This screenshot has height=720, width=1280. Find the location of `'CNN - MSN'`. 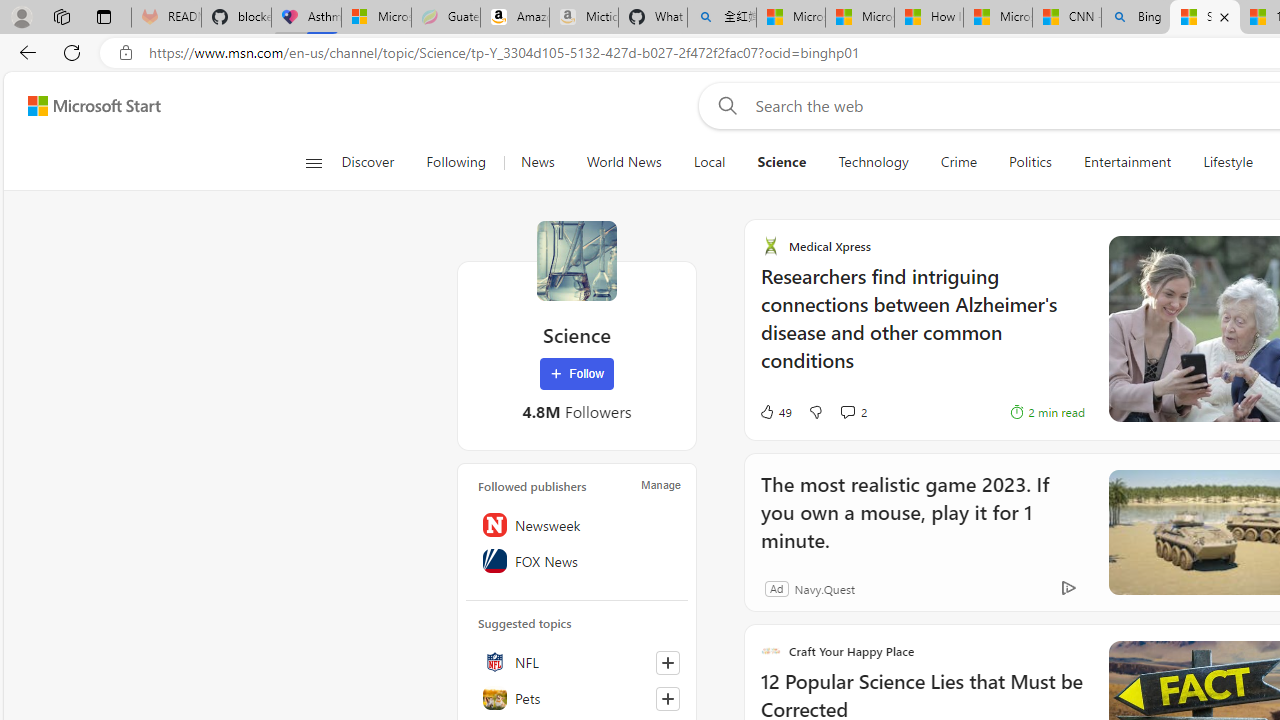

'CNN - MSN' is located at coordinates (1065, 17).